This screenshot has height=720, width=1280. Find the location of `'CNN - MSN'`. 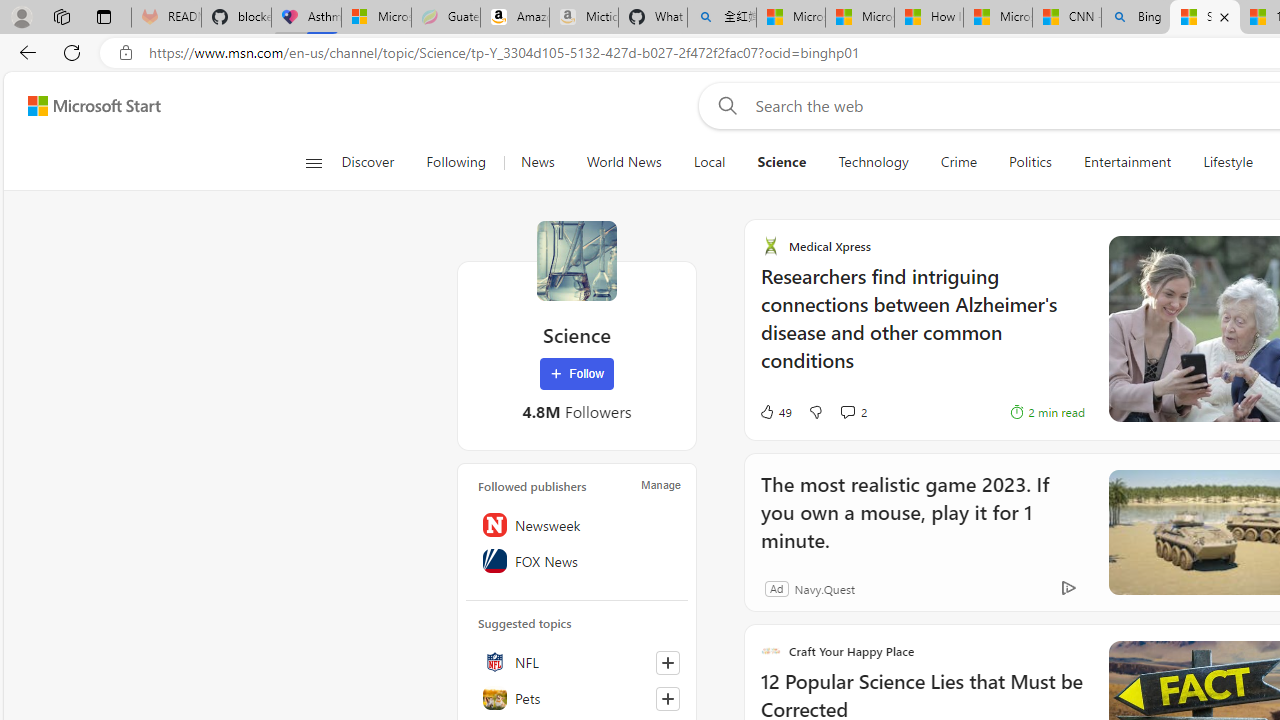

'CNN - MSN' is located at coordinates (1065, 17).